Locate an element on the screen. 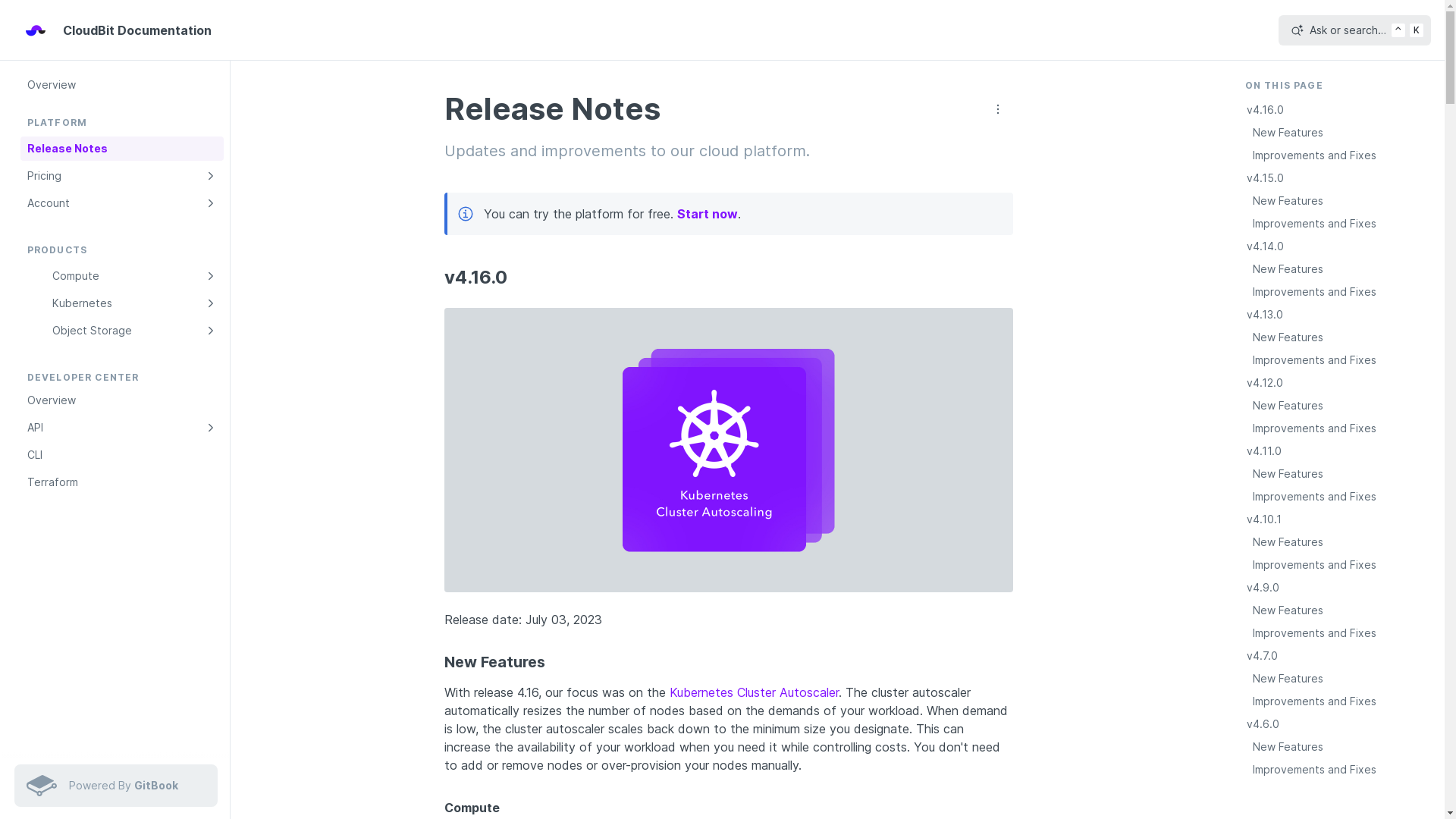  'Terraform' is located at coordinates (120, 482).